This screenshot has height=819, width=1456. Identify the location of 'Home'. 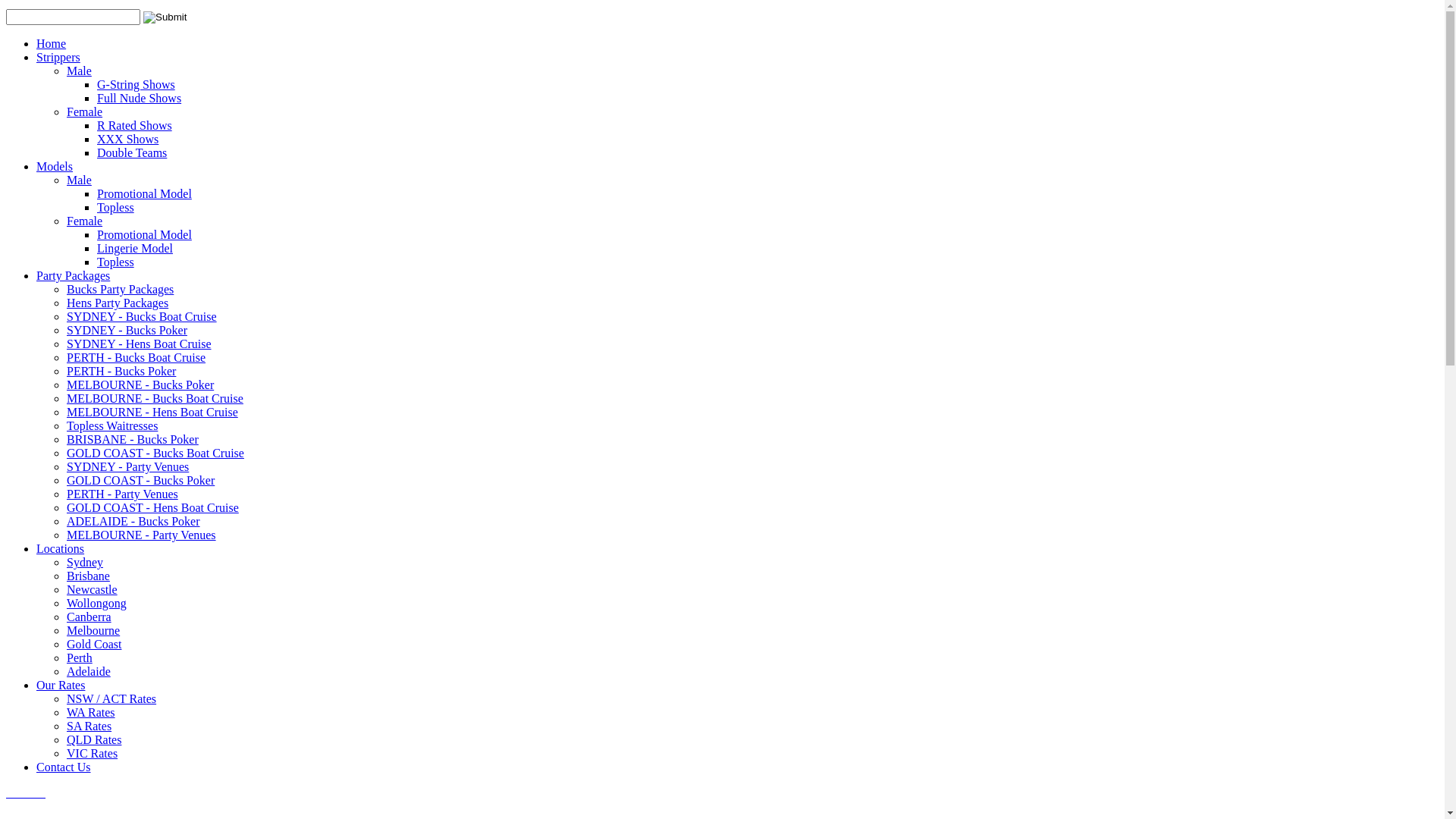
(51, 42).